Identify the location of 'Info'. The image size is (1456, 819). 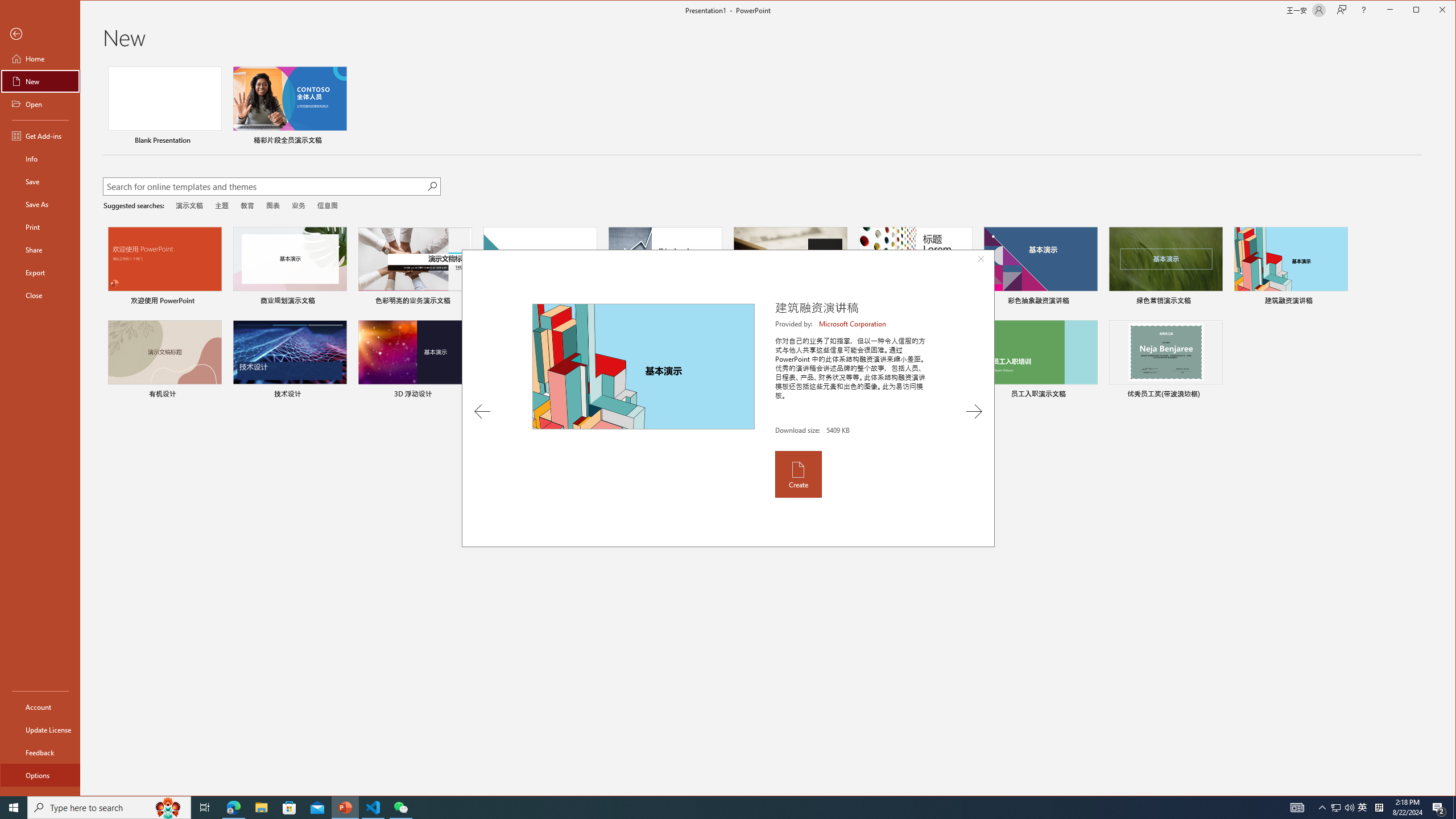
(39, 159).